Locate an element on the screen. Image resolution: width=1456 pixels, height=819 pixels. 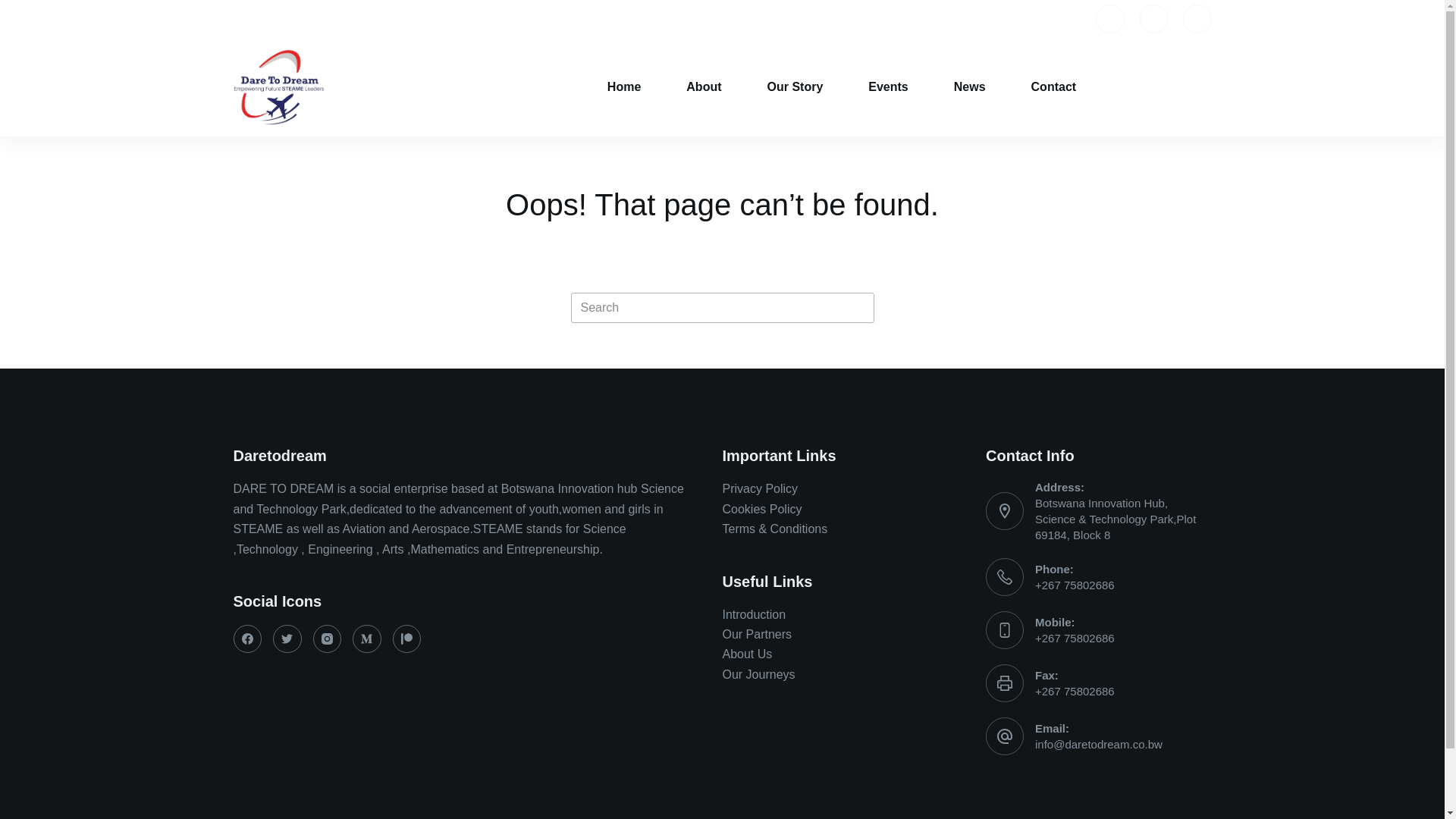
'Privacy Policy' is located at coordinates (760, 488).